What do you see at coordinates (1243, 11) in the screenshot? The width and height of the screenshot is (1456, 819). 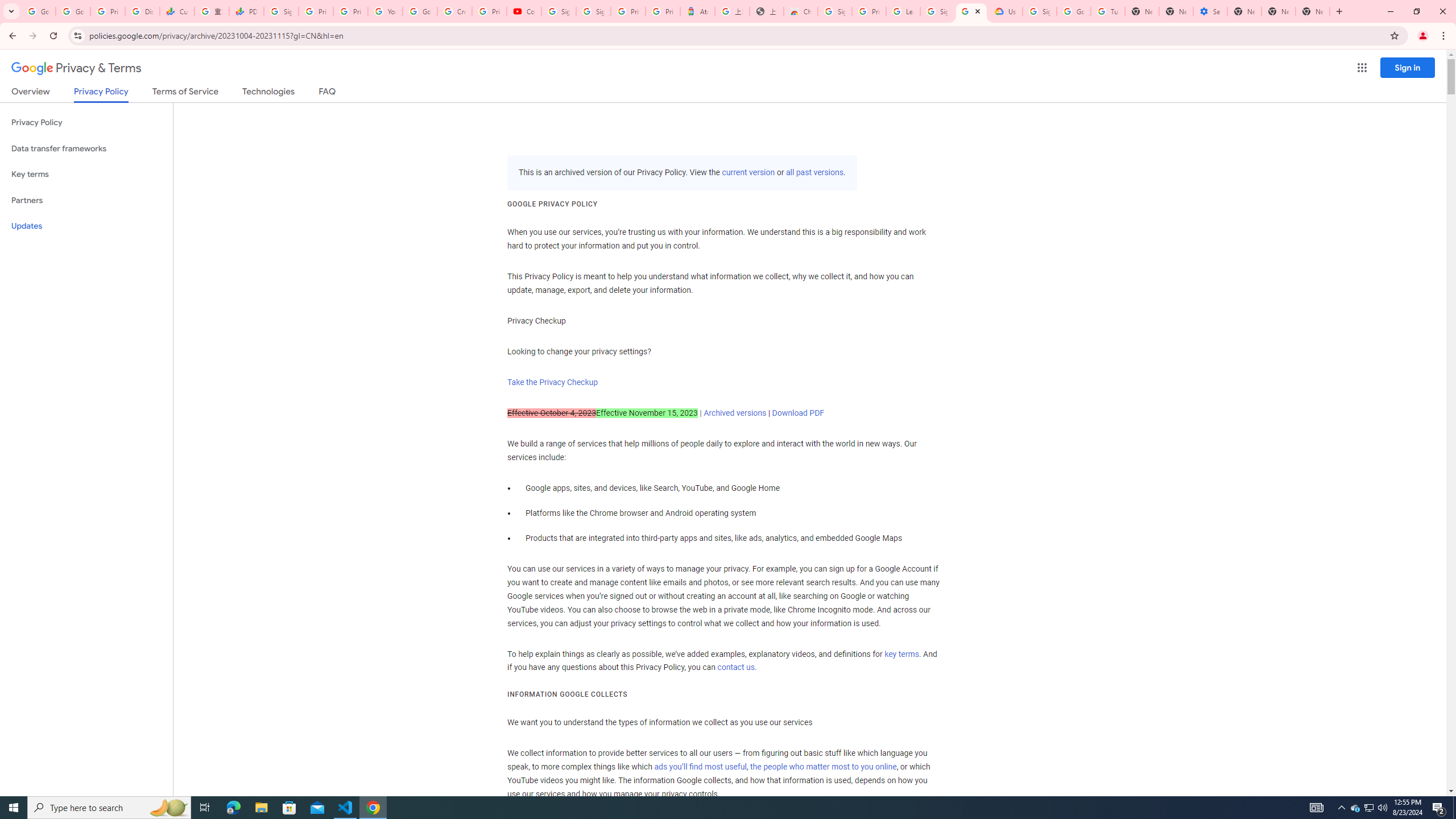 I see `'New Tab'` at bounding box center [1243, 11].